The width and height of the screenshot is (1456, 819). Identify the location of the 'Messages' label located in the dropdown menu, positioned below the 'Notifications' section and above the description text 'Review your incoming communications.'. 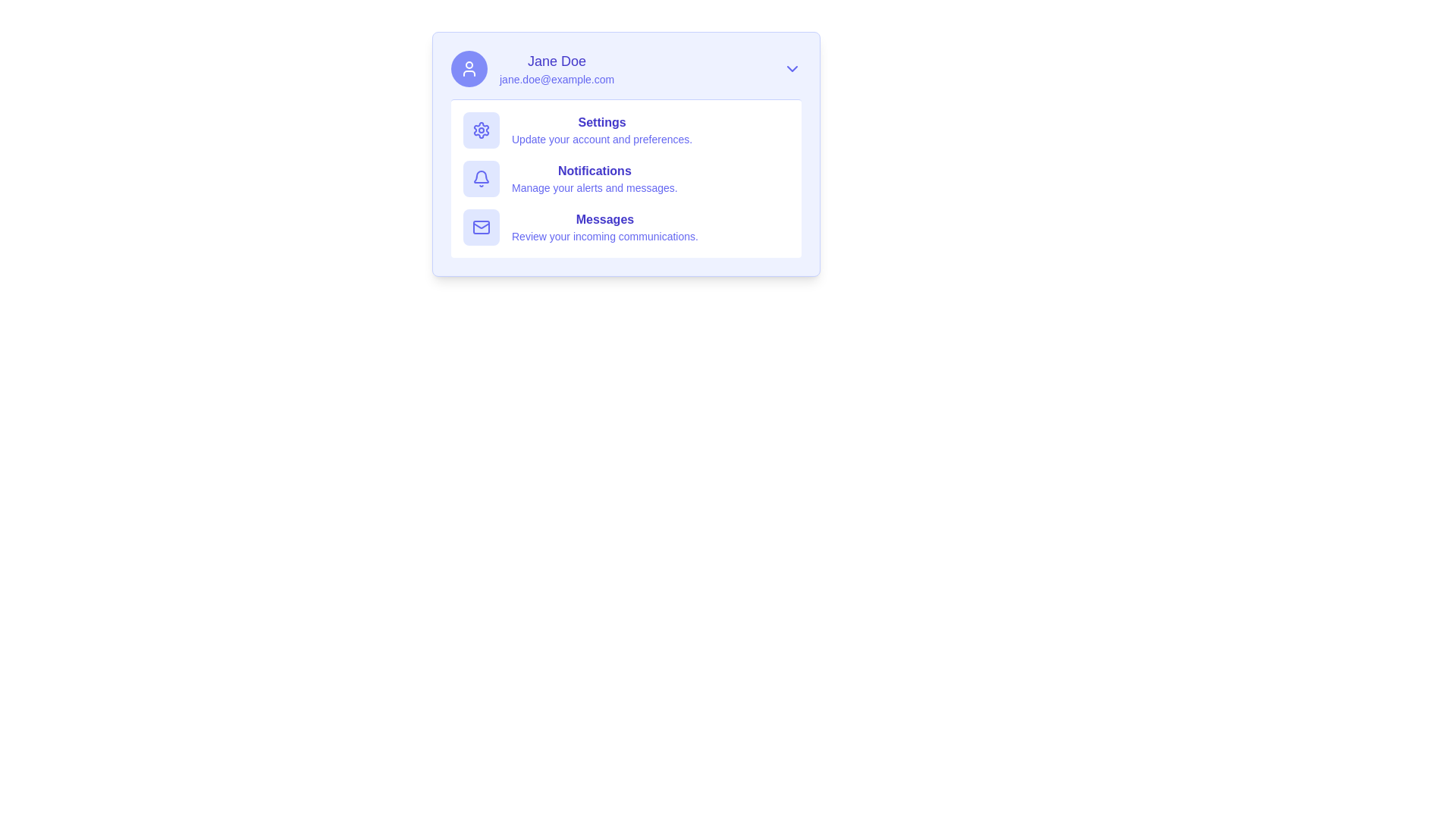
(604, 219).